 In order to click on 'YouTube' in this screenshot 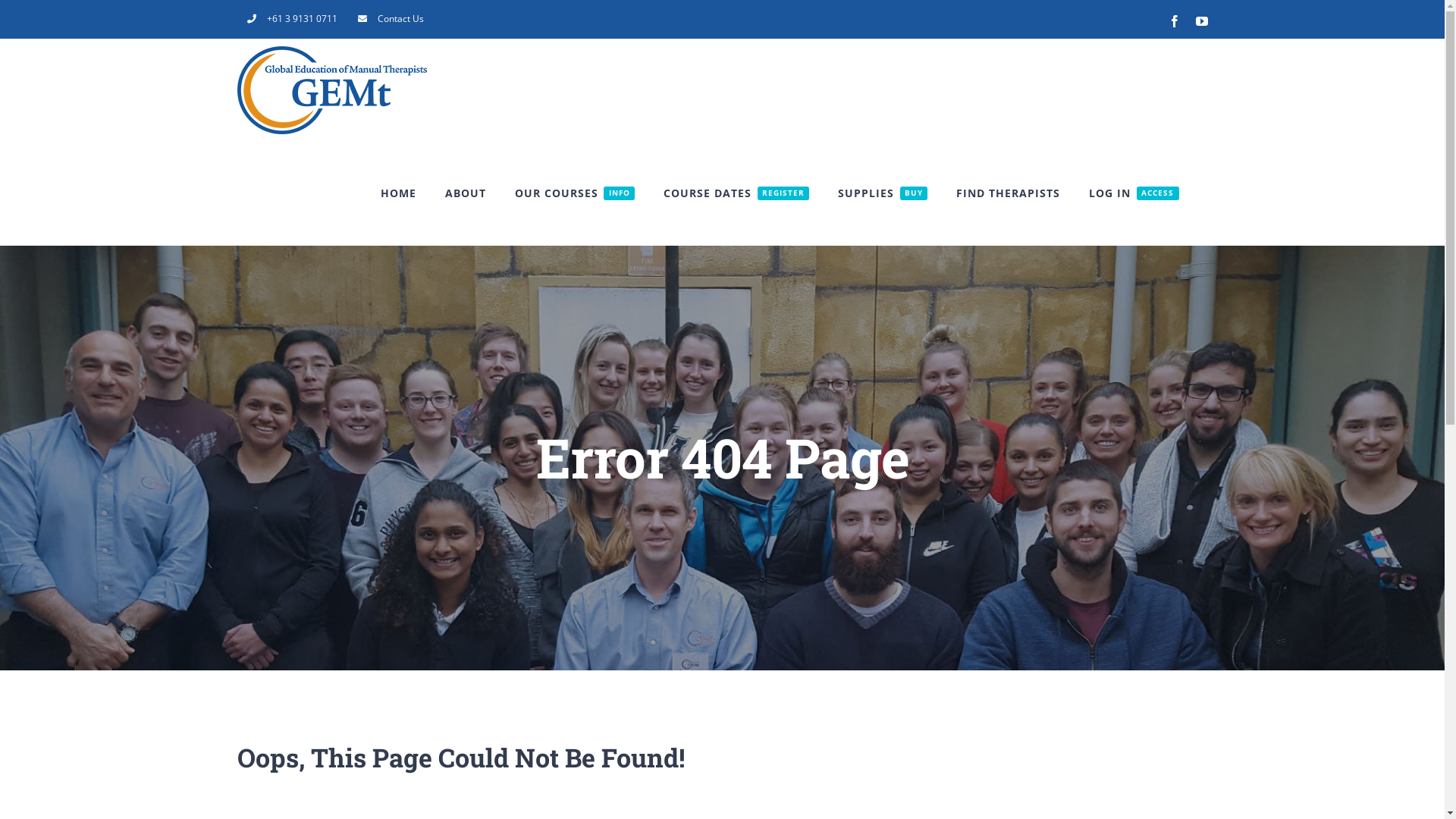, I will do `click(1200, 20)`.